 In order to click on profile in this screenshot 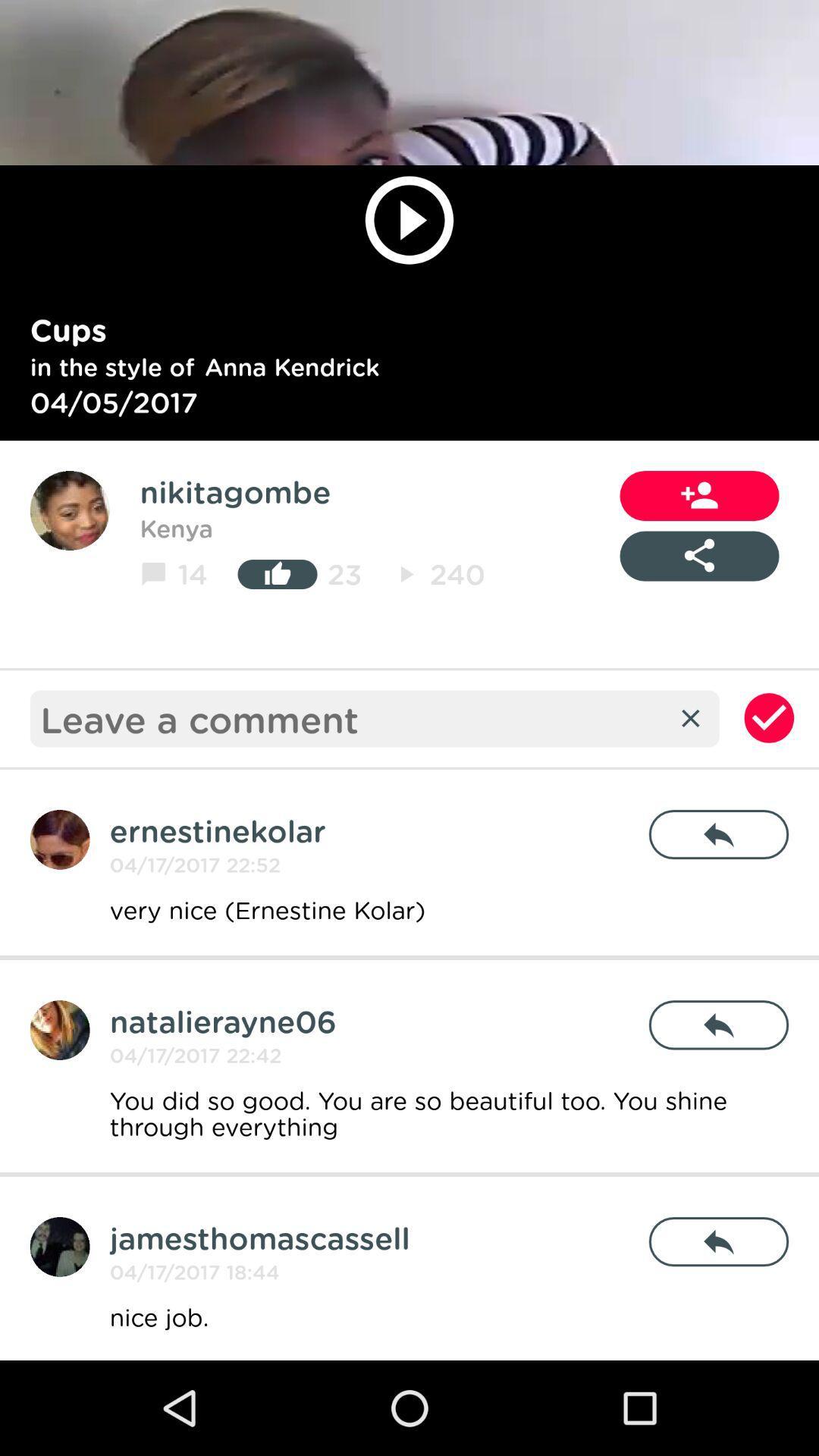, I will do `click(70, 510)`.